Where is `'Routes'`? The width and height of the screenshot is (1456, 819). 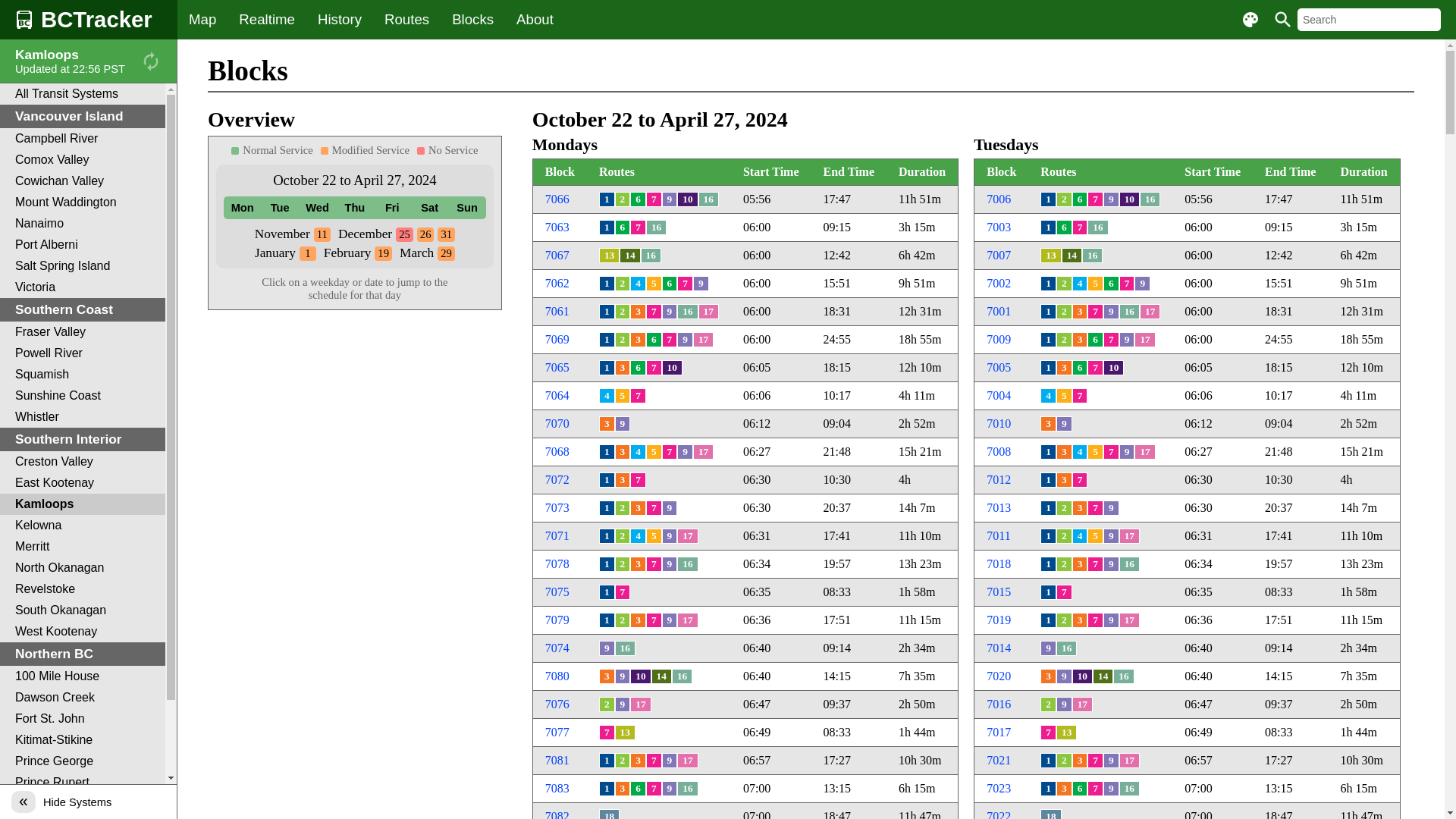
'Routes' is located at coordinates (406, 20).